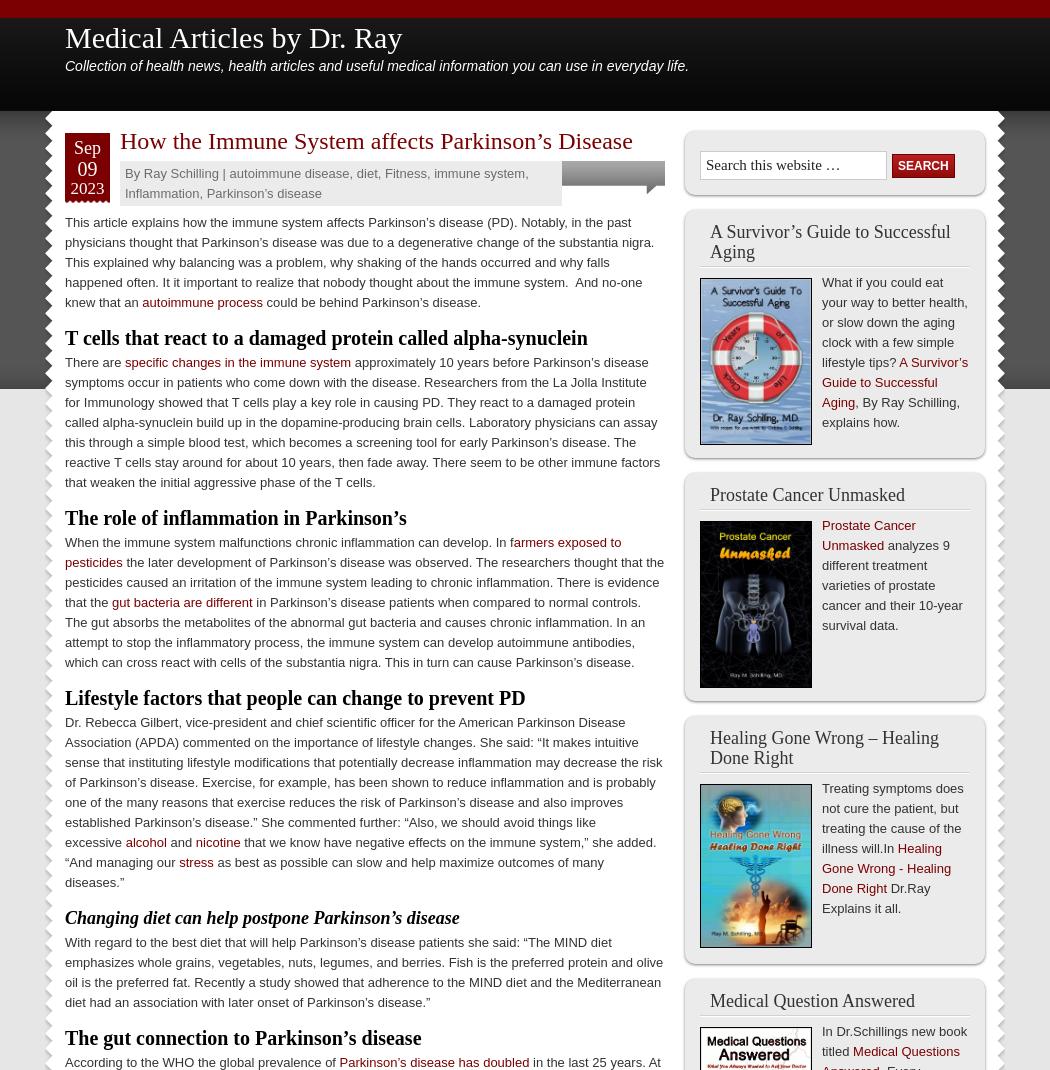  What do you see at coordinates (294, 697) in the screenshot?
I see `'Lifestyle factors that people can change to prevent PD'` at bounding box center [294, 697].